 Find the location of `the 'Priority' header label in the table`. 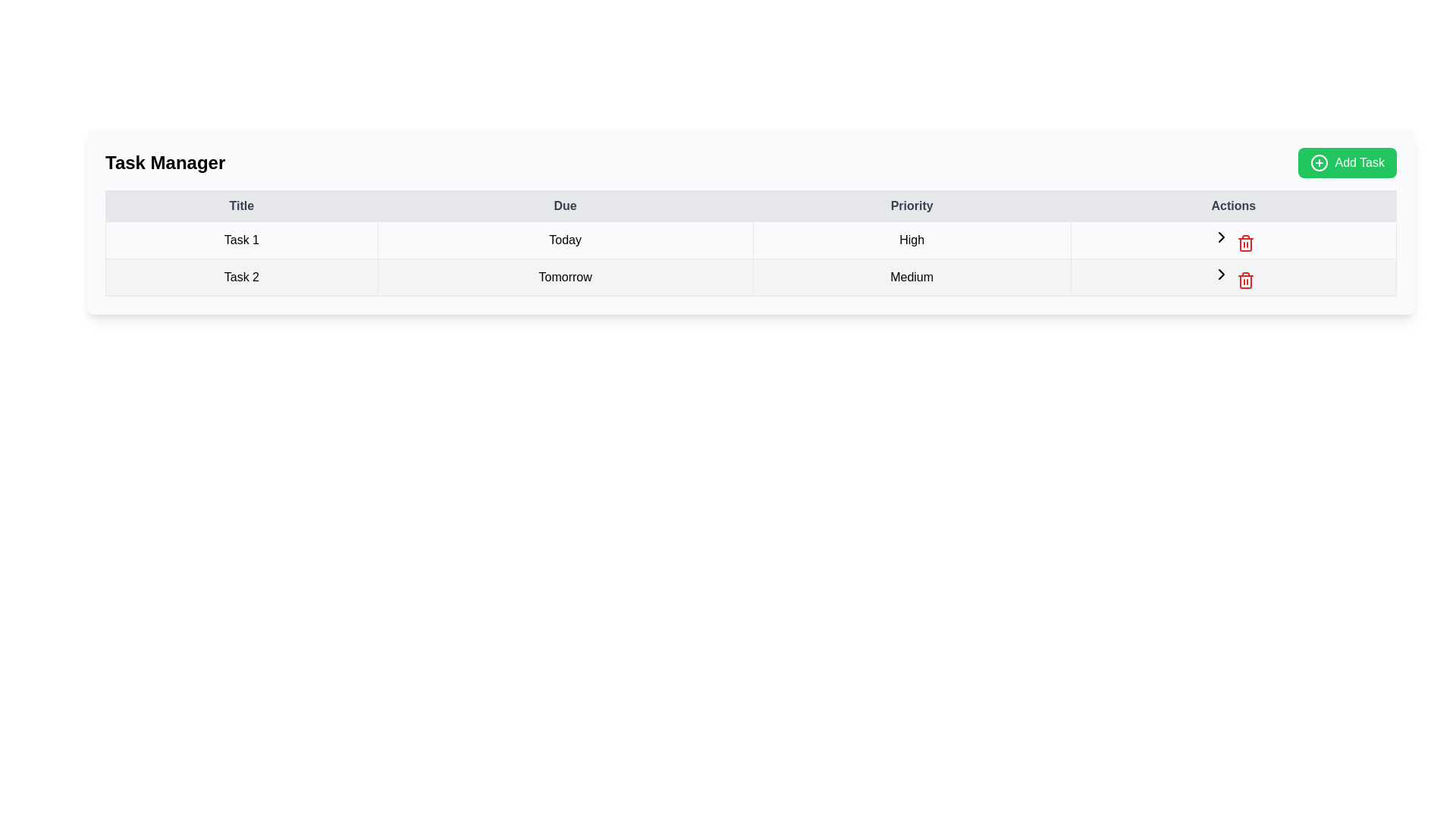

the 'Priority' header label in the table is located at coordinates (911, 206).